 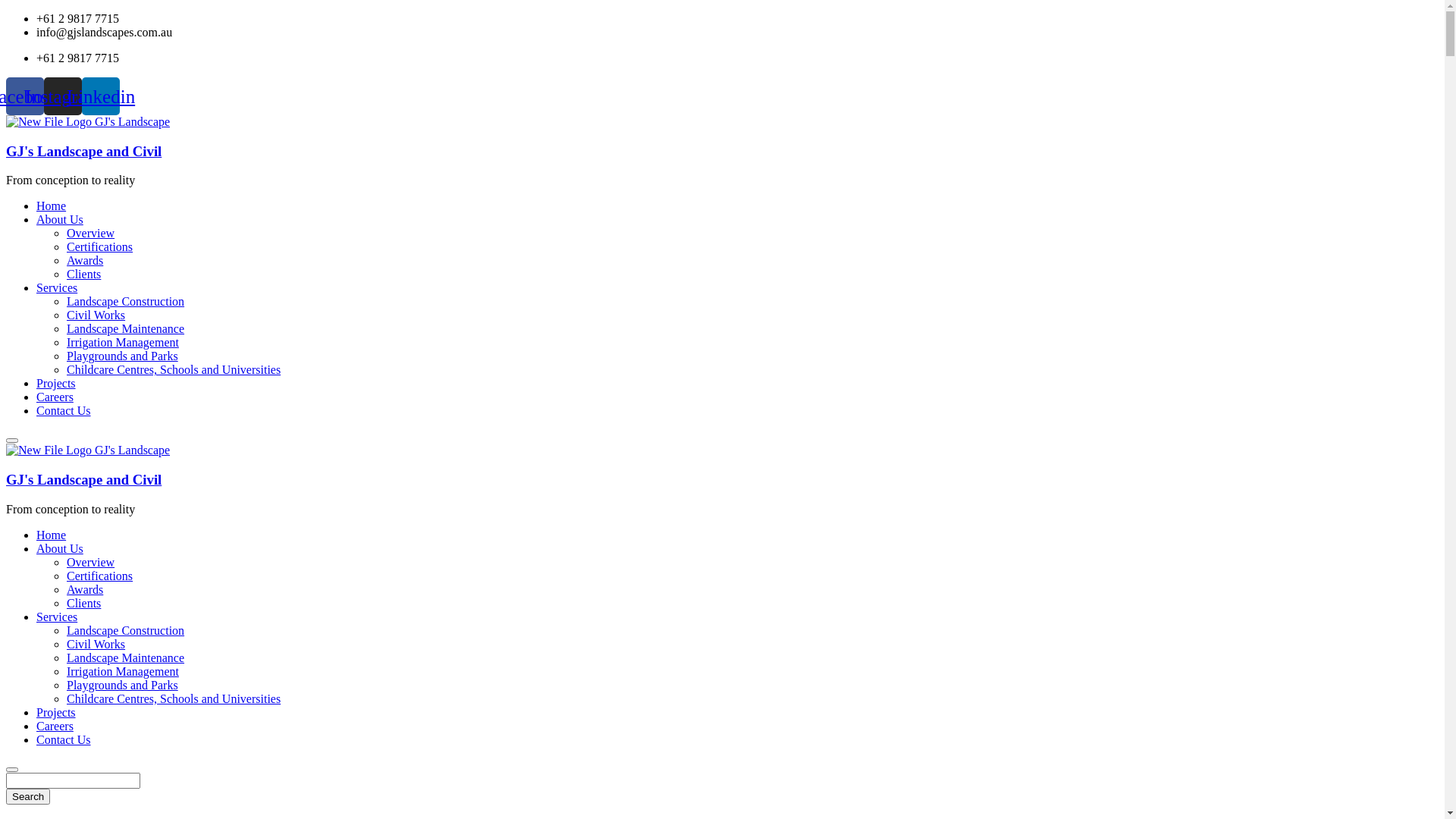 What do you see at coordinates (123, 342) in the screenshot?
I see `'Irrigation Management'` at bounding box center [123, 342].